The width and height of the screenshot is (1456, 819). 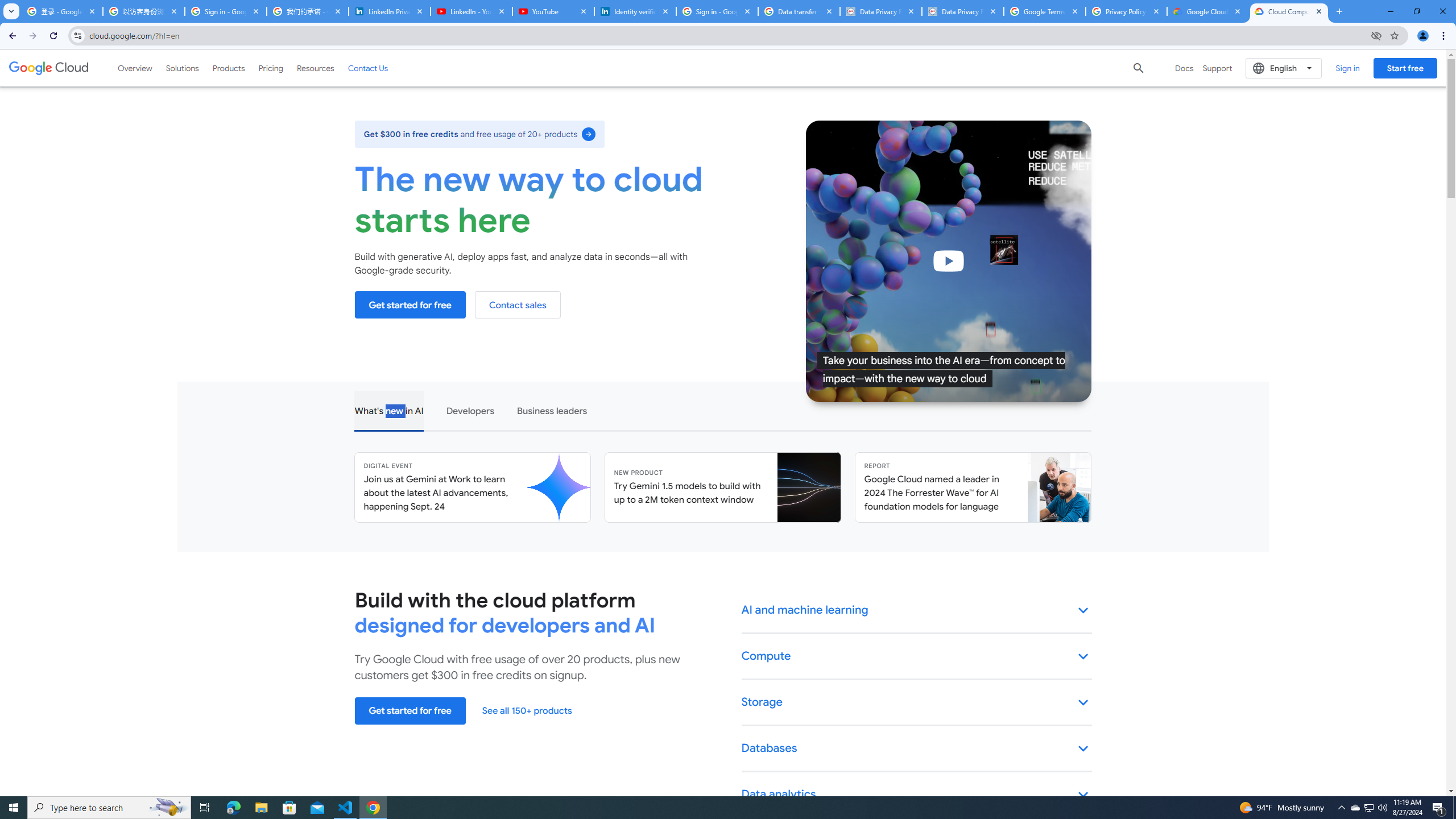 I want to click on 'Developers', so click(x=469, y=409).